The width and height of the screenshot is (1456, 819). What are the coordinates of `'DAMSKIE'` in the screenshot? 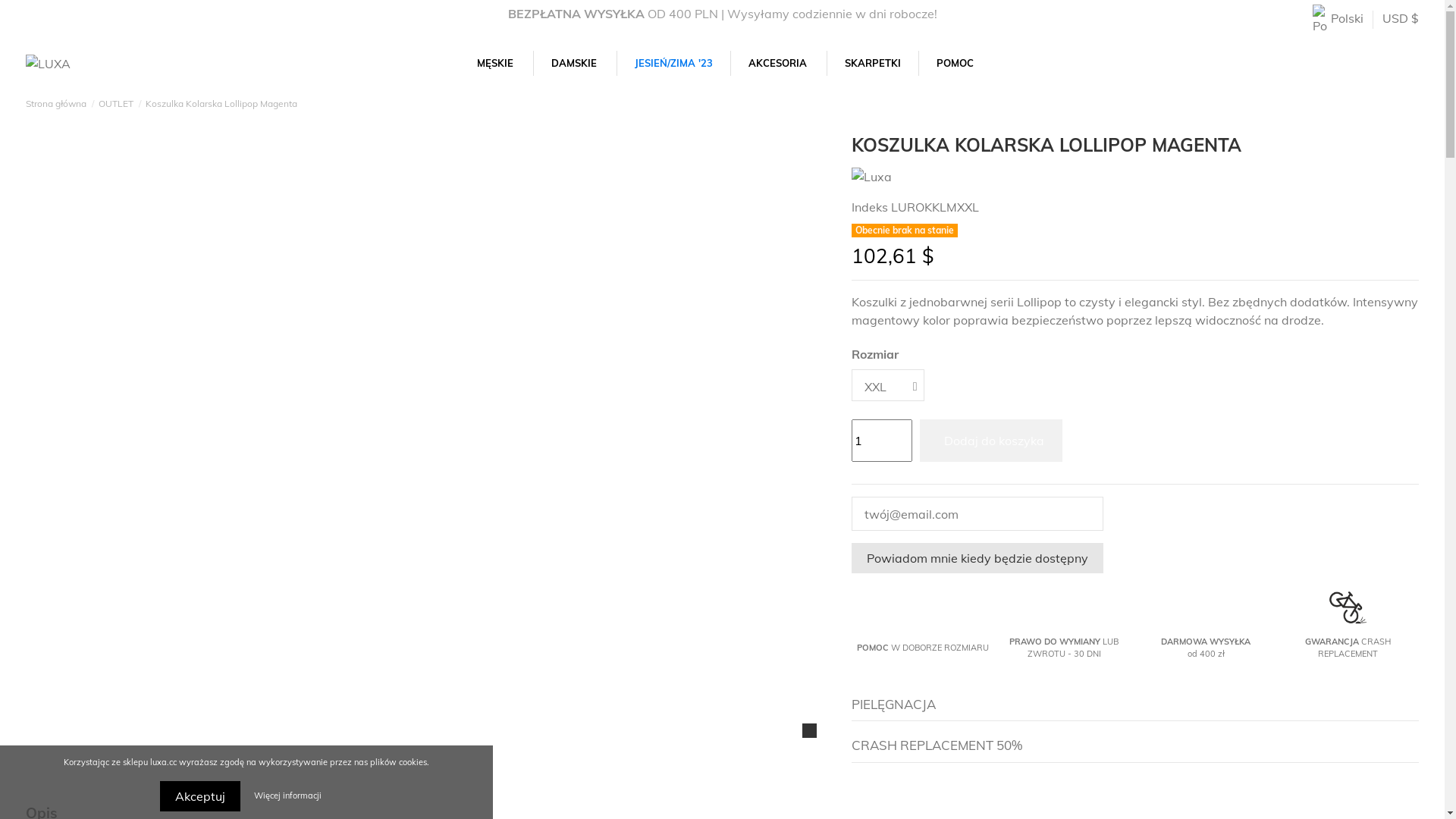 It's located at (574, 62).